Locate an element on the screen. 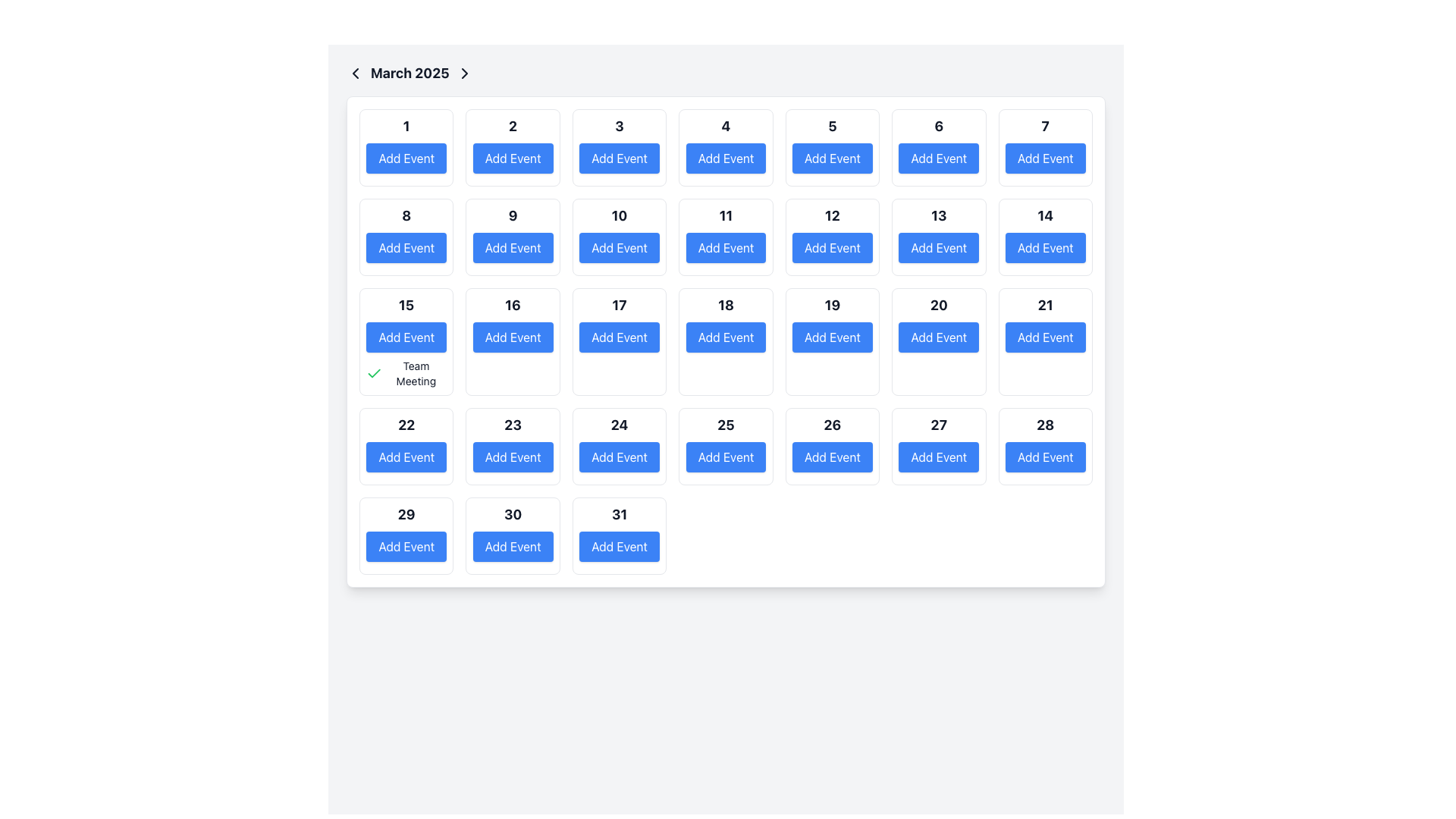  the bold numeric text '16' indicating the date in the calendar cell for March 16, located in the third row and fourth column, above the 'Add Event' button is located at coordinates (513, 305).